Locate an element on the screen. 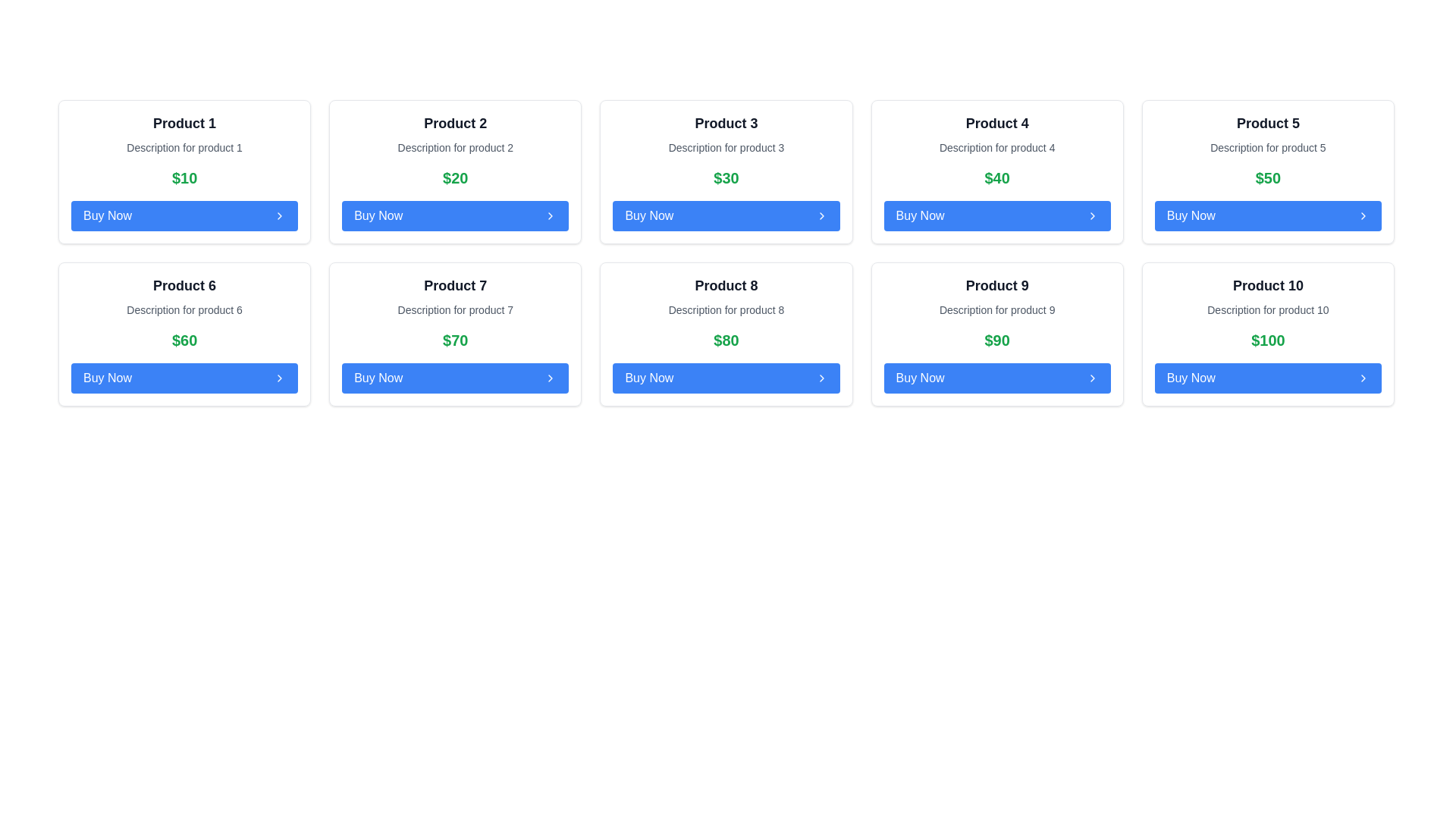  the button at the bottom of the 'Product 9' card to initiate the purchase process is located at coordinates (997, 377).